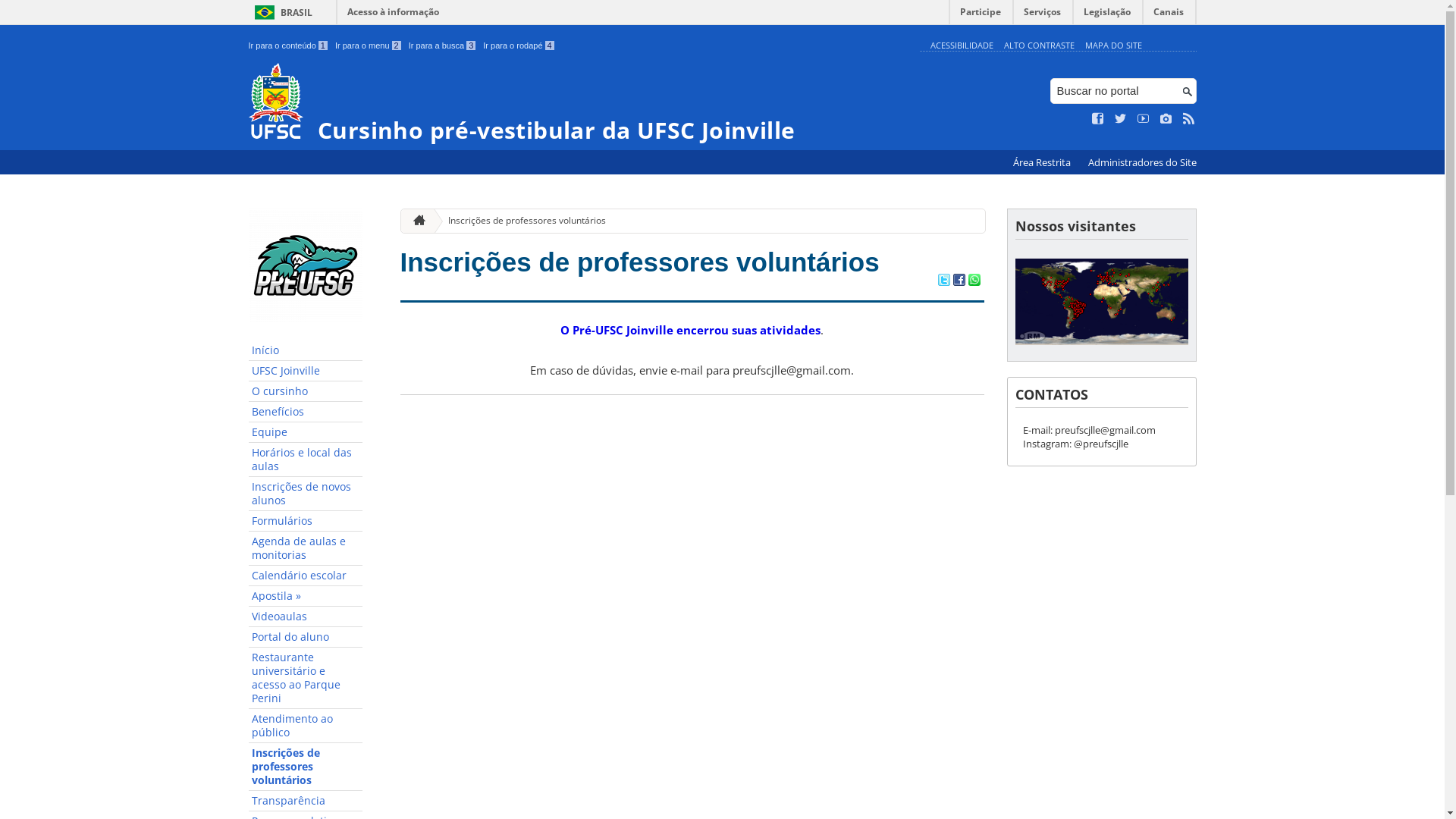 This screenshot has width=1456, height=819. Describe the element at coordinates (1112, 44) in the screenshot. I see `'MAPA DO SITE'` at that location.